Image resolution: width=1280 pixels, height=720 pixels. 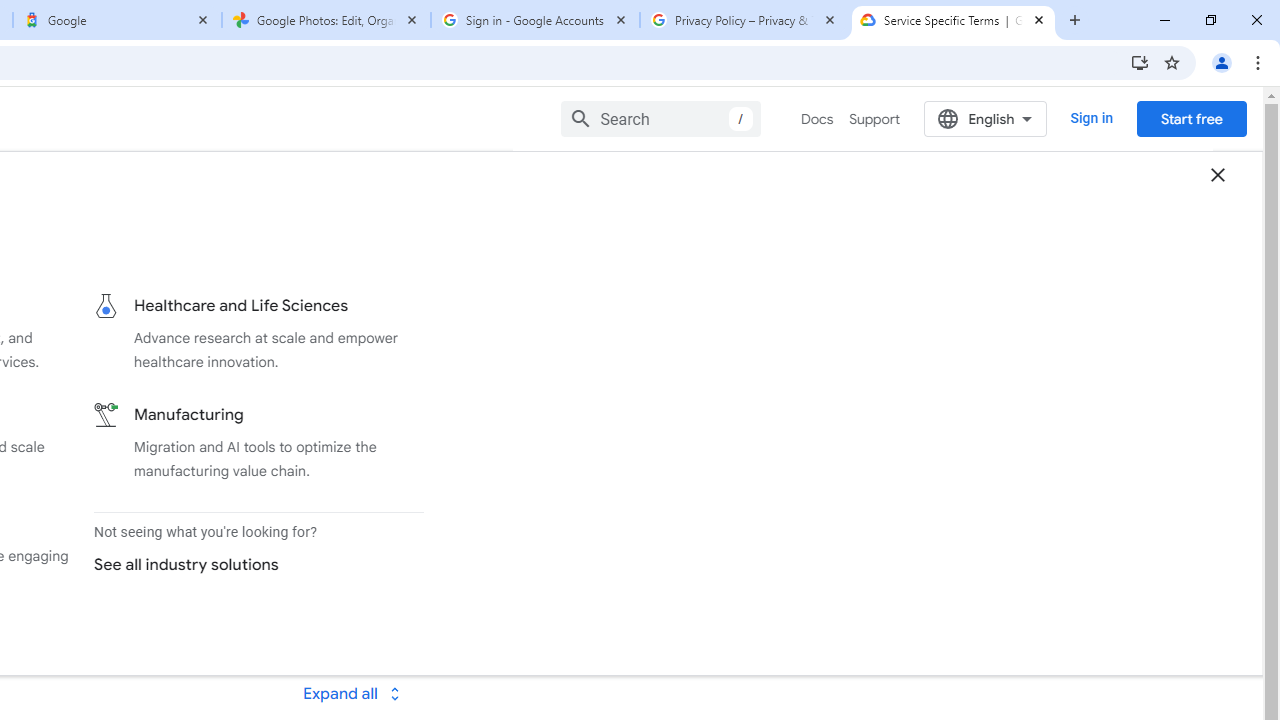 What do you see at coordinates (817, 119) in the screenshot?
I see `'Docs'` at bounding box center [817, 119].